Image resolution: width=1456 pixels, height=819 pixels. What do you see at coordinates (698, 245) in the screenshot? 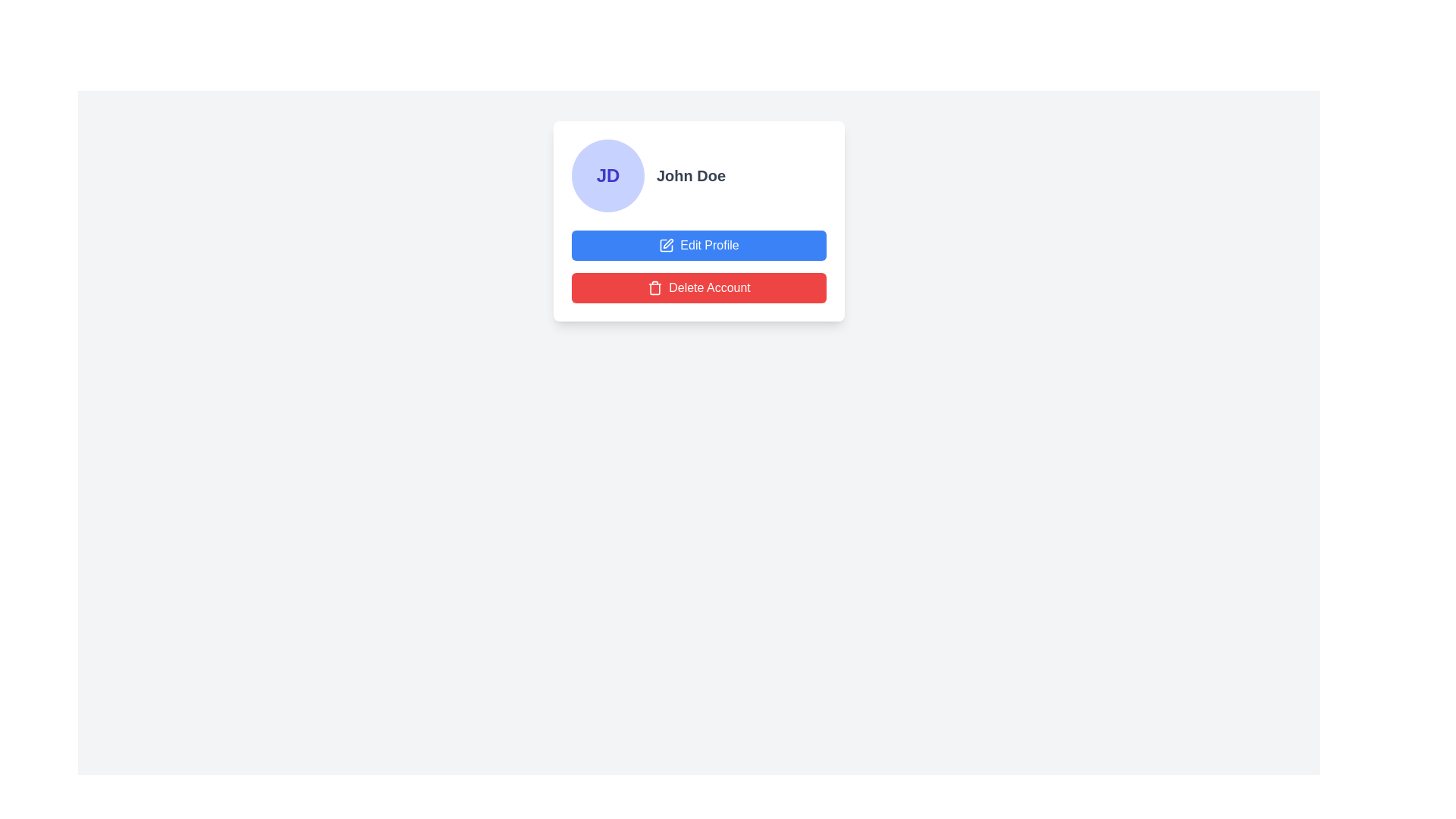
I see `the blue 'Edit Profile' button with white text and a pen icon` at bounding box center [698, 245].